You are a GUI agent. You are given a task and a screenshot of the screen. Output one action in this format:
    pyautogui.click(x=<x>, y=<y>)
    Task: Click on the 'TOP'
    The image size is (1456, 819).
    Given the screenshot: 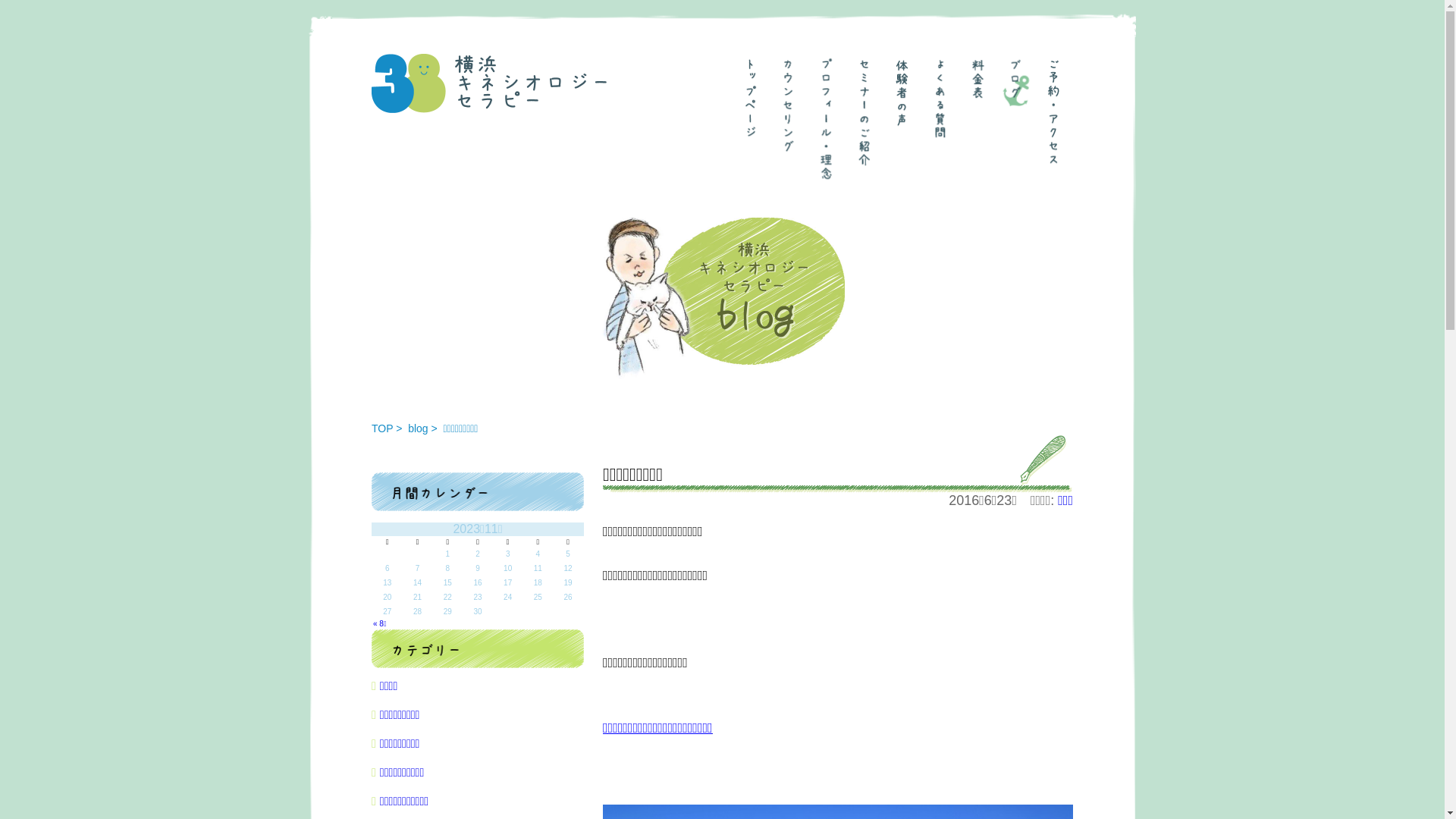 What is the action you would take?
    pyautogui.click(x=382, y=428)
    